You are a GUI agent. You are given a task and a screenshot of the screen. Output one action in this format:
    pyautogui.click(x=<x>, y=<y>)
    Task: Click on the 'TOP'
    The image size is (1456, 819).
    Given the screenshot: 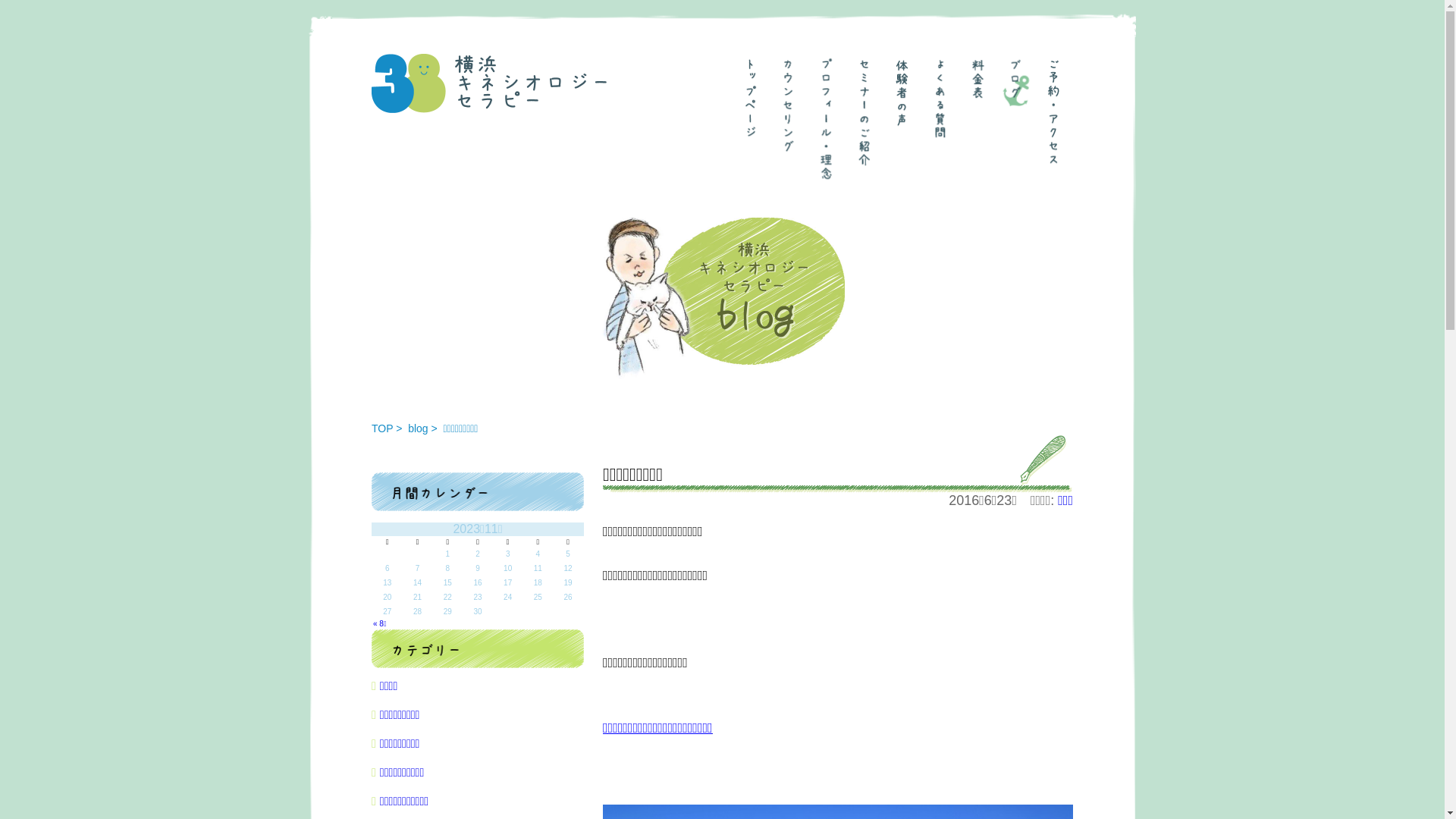 What is the action you would take?
    pyautogui.click(x=382, y=428)
    